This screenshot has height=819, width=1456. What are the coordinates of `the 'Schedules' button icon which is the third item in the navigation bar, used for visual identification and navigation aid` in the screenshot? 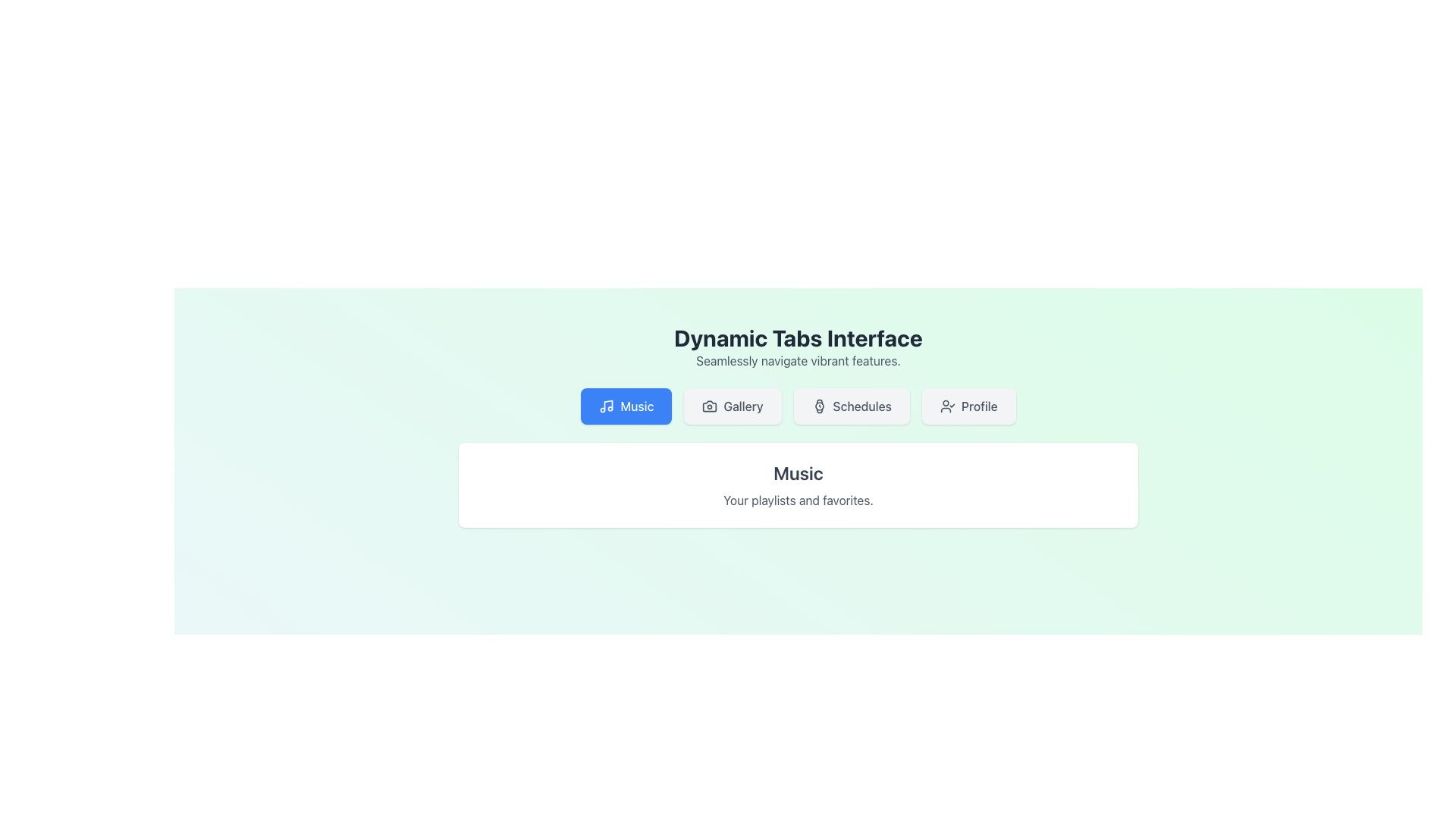 It's located at (818, 406).